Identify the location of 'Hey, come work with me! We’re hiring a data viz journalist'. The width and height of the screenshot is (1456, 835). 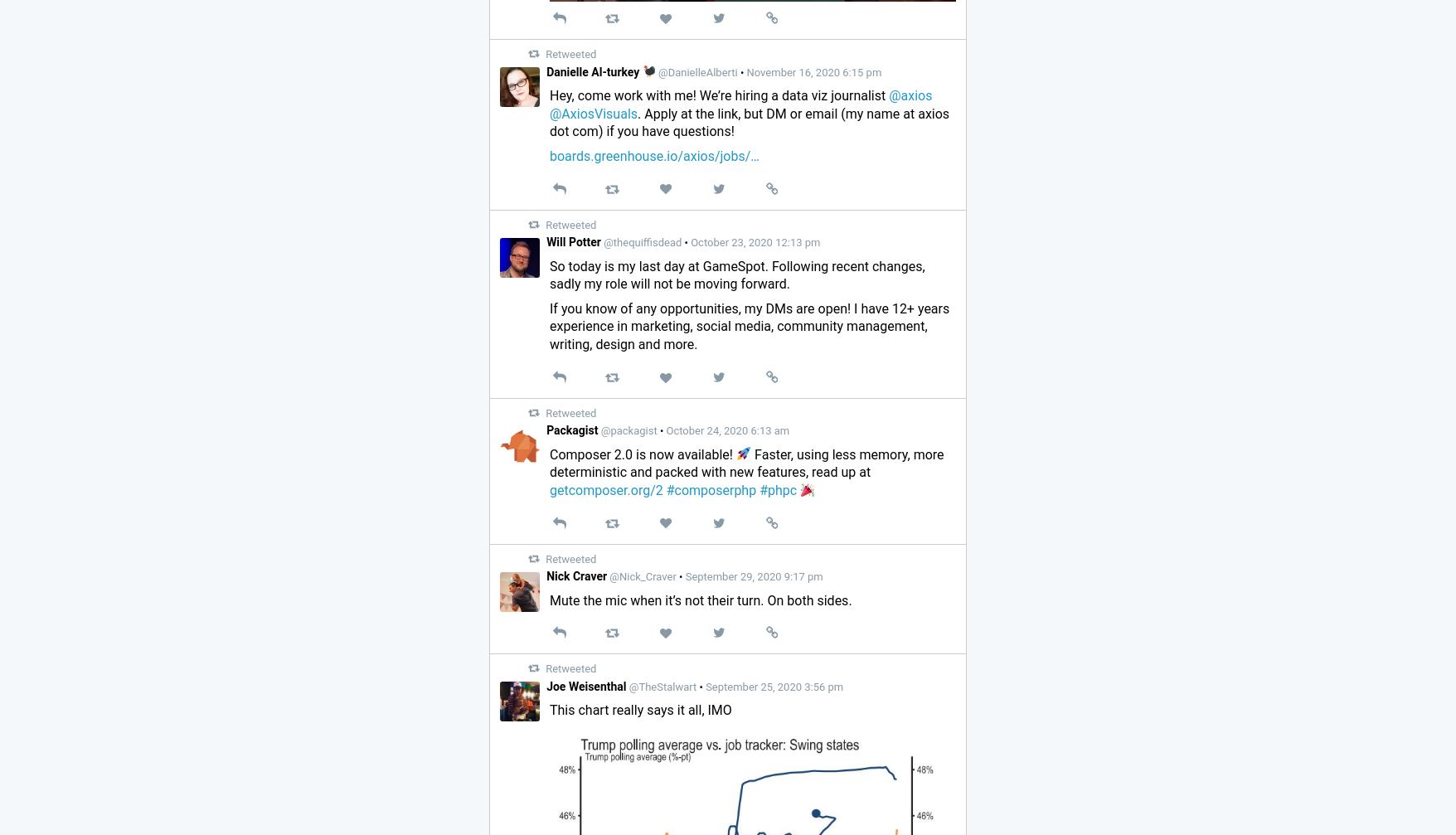
(550, 95).